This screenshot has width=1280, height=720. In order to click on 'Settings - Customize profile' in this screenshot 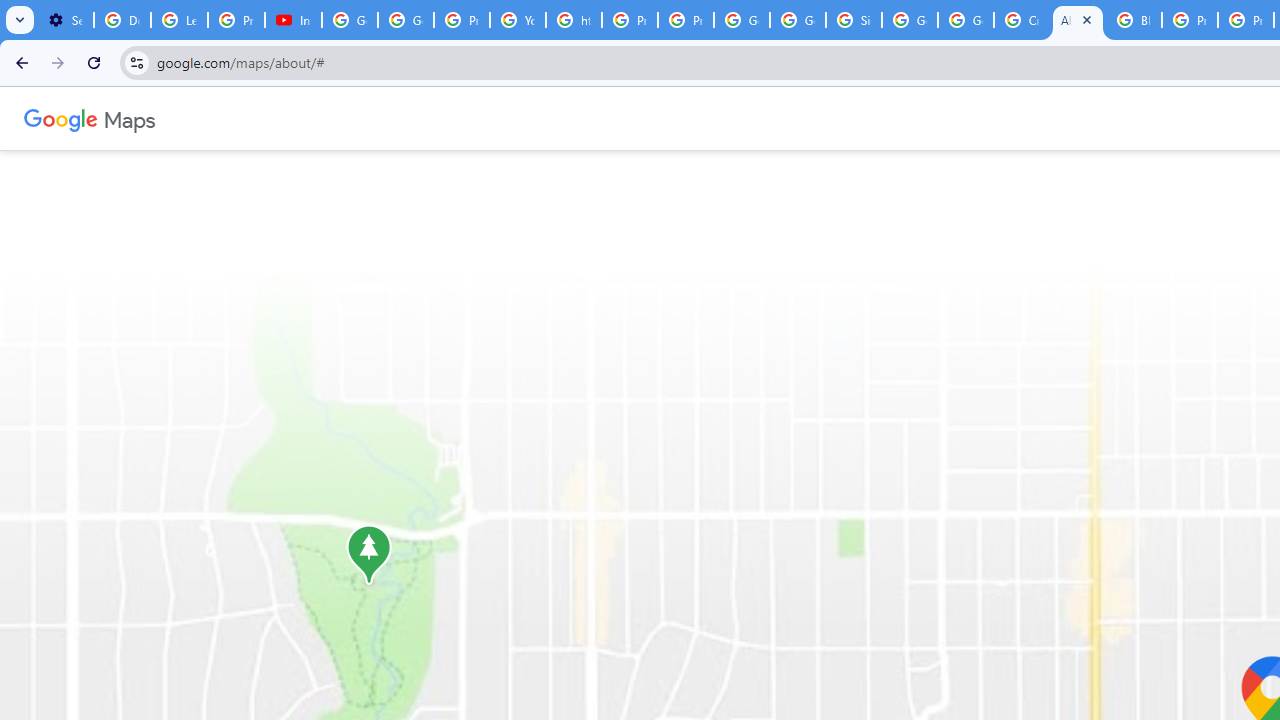, I will do `click(65, 20)`.